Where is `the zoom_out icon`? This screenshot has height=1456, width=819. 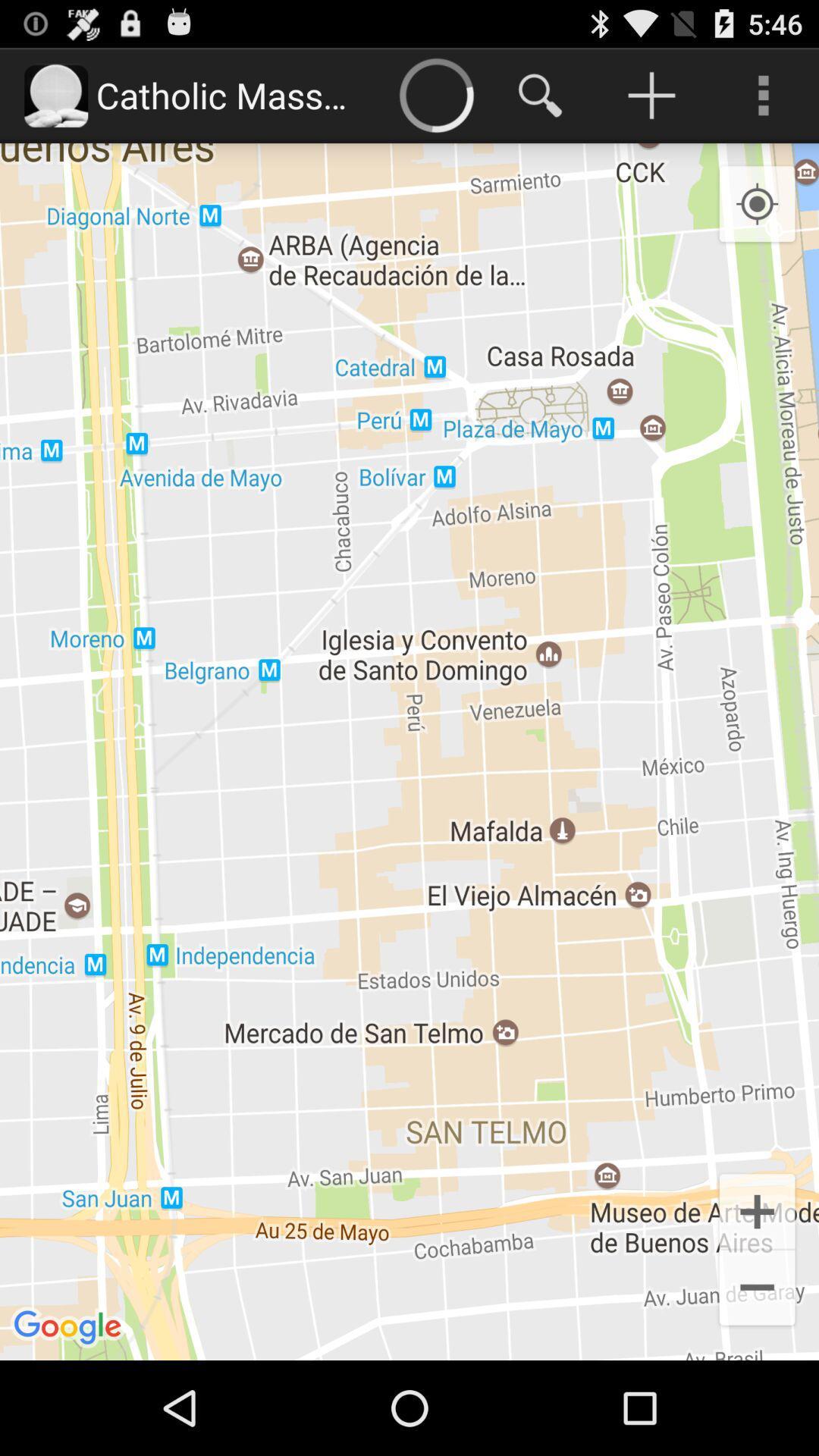 the zoom_out icon is located at coordinates (757, 1380).